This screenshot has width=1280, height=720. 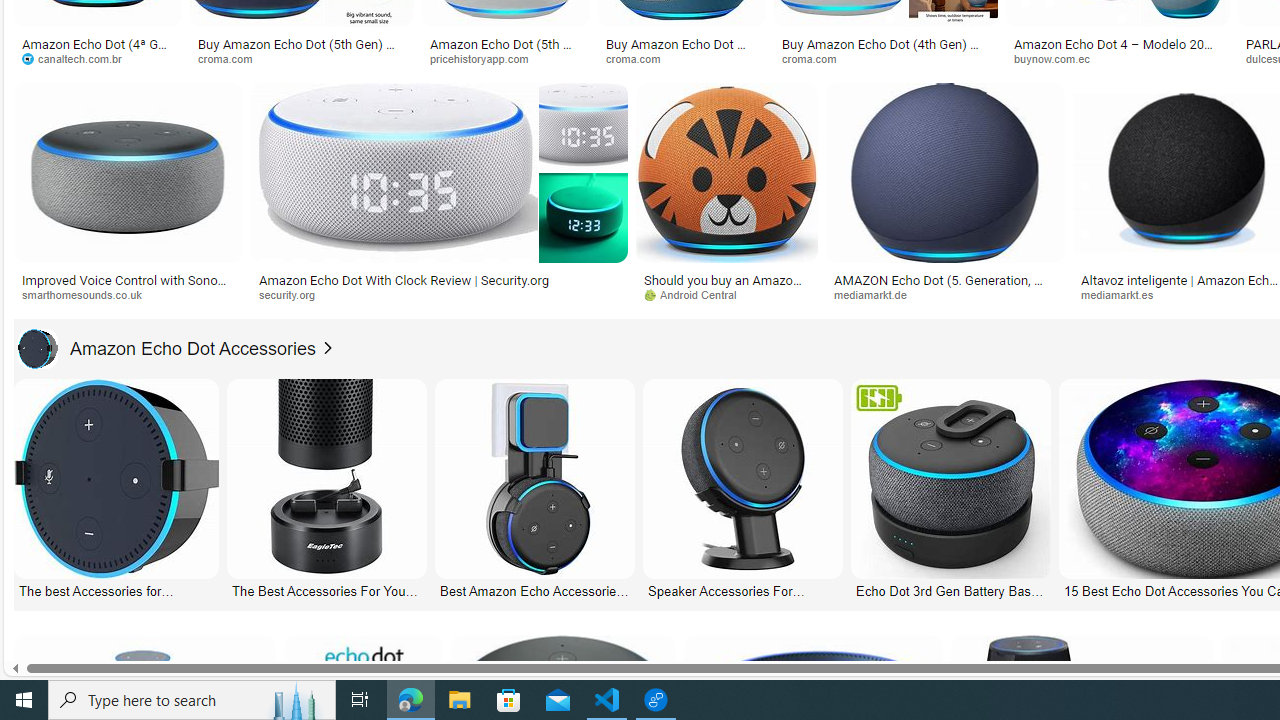 I want to click on 'Improved Voice Control with Sonos & Alexa Echo devices', so click(x=127, y=286).